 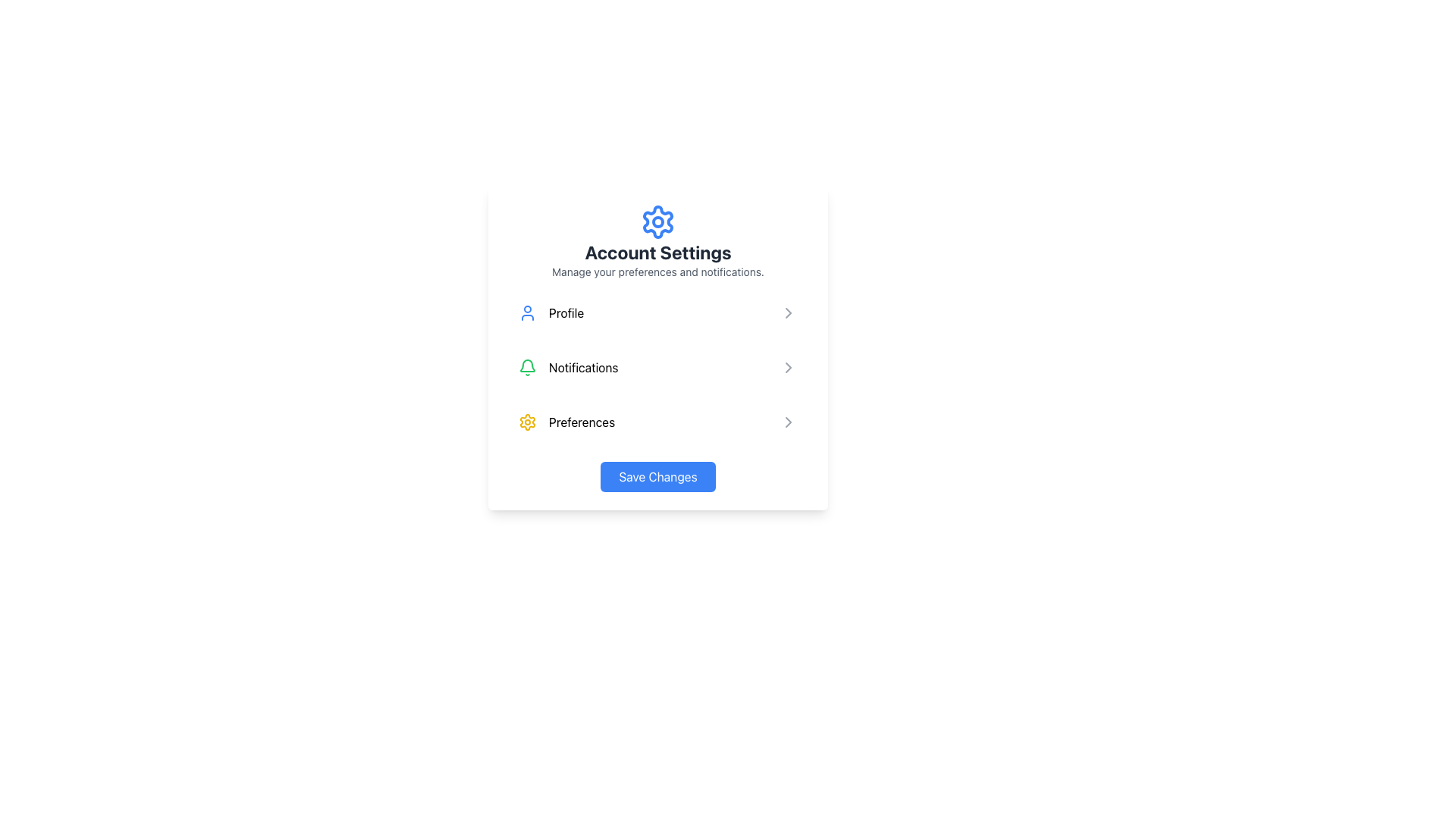 I want to click on the 'Save Changes' button, which is a rectangular button with rounded corners, featuring white text on a blue background, located at the bottom center of the panel, so click(x=658, y=475).